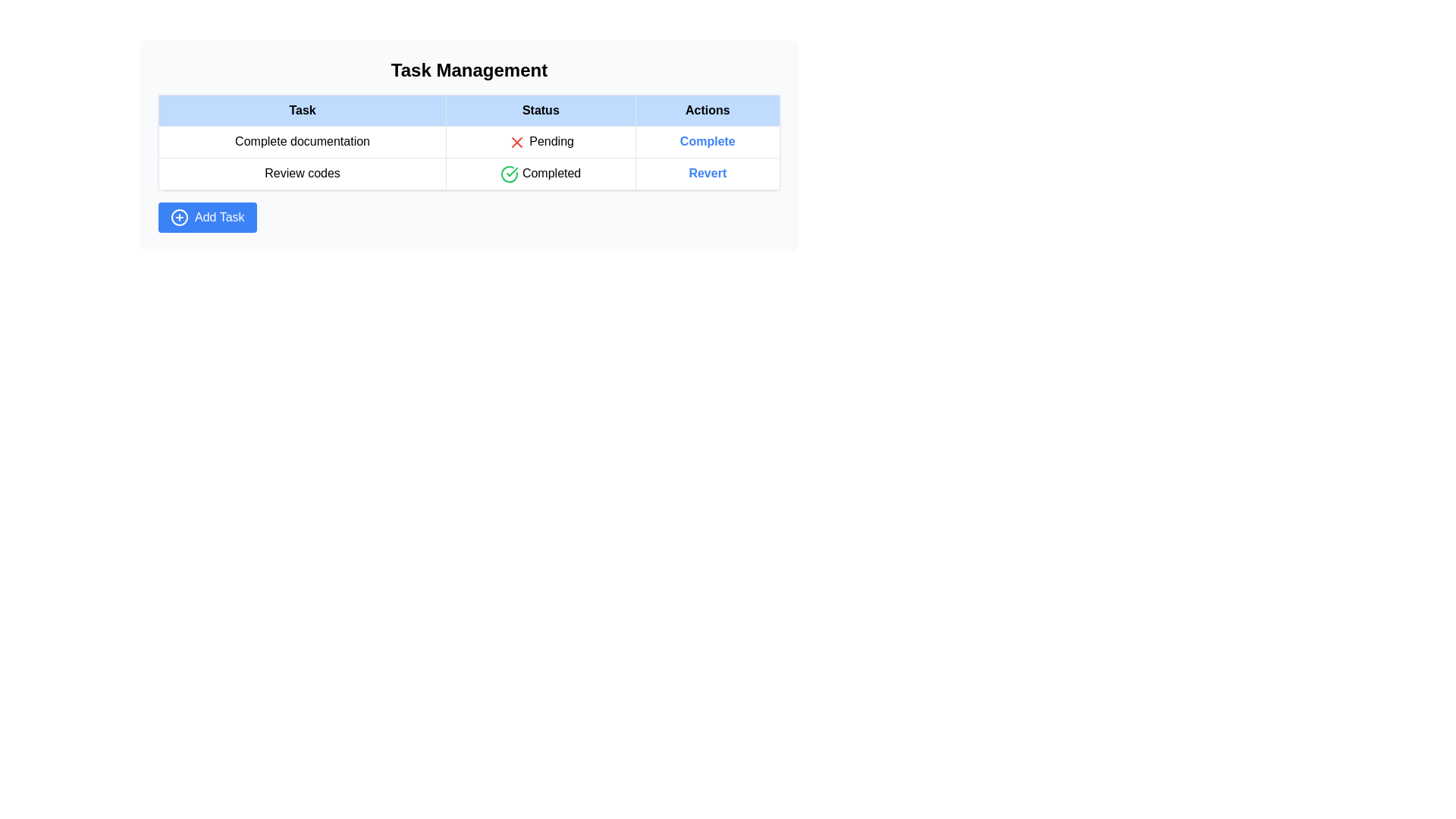 This screenshot has width=1456, height=819. I want to click on the Text Label in the task management system, located in the second row and first column, below 'Complete documentation' and to the left of the 'Completed' status column, so click(302, 173).